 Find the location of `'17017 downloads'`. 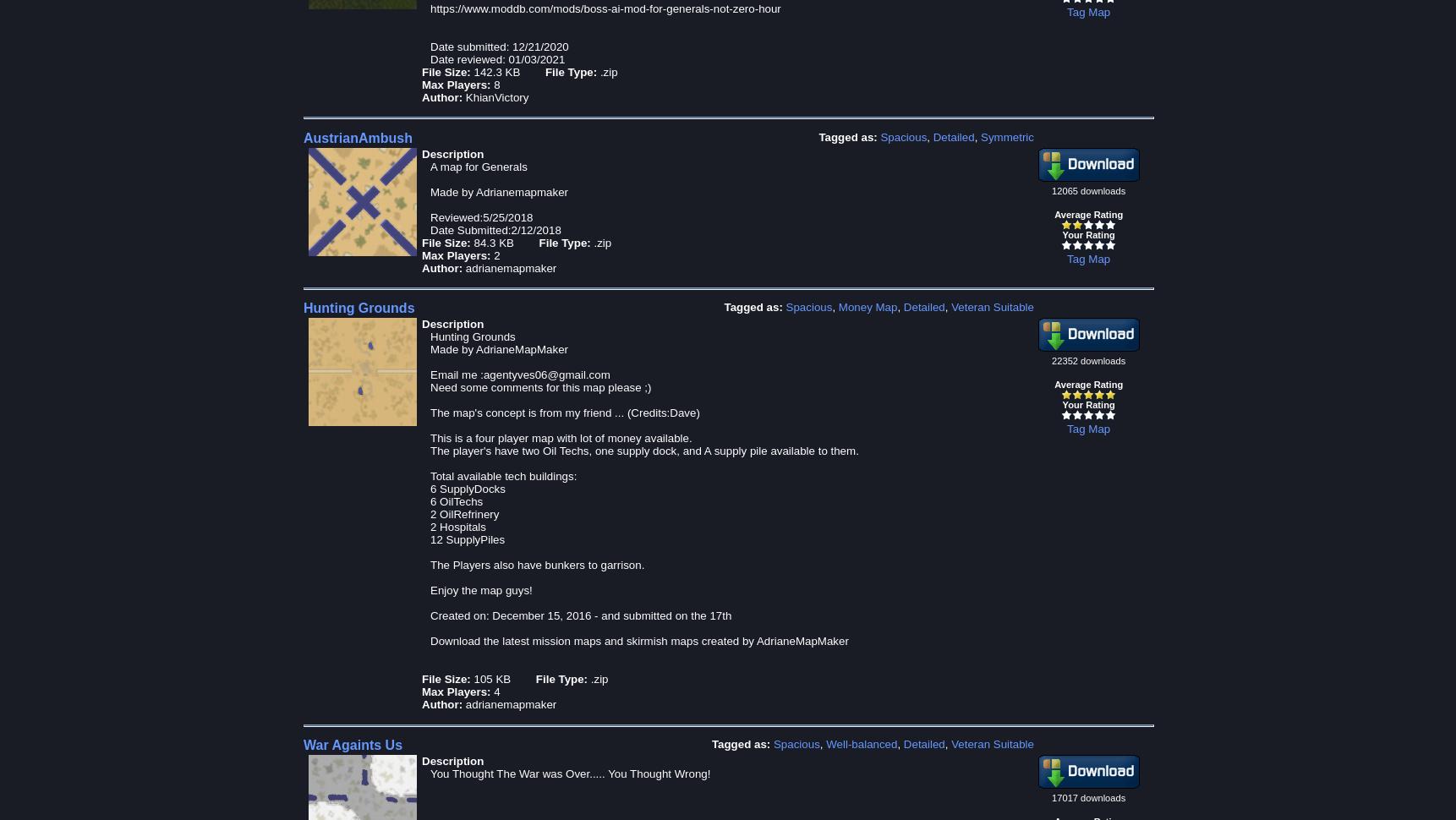

'17017 downloads' is located at coordinates (1051, 796).